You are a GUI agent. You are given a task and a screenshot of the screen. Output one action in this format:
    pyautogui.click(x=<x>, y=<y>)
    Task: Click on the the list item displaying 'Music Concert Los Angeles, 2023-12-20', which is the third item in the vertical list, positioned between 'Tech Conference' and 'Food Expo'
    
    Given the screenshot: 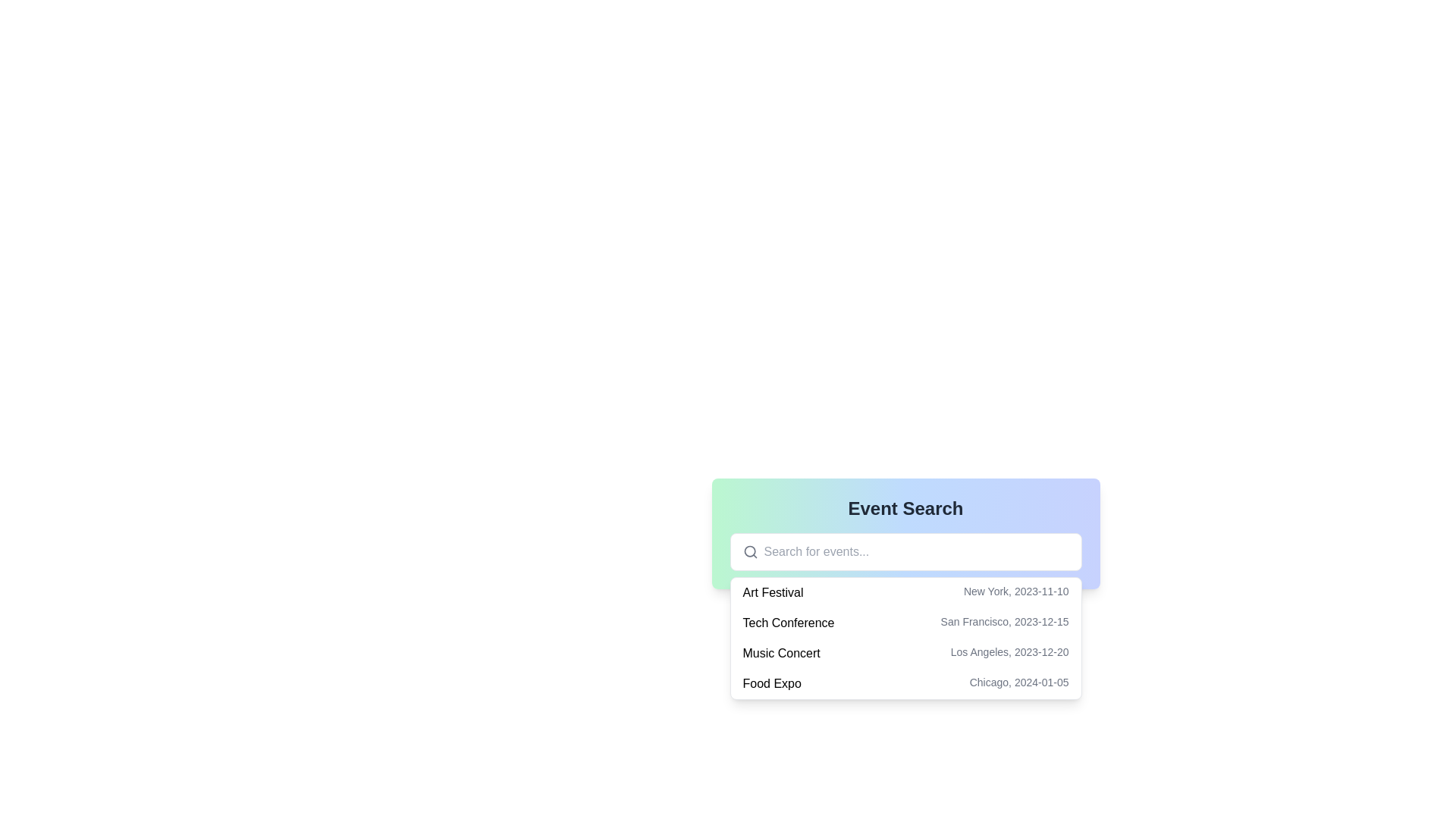 What is the action you would take?
    pyautogui.click(x=905, y=652)
    